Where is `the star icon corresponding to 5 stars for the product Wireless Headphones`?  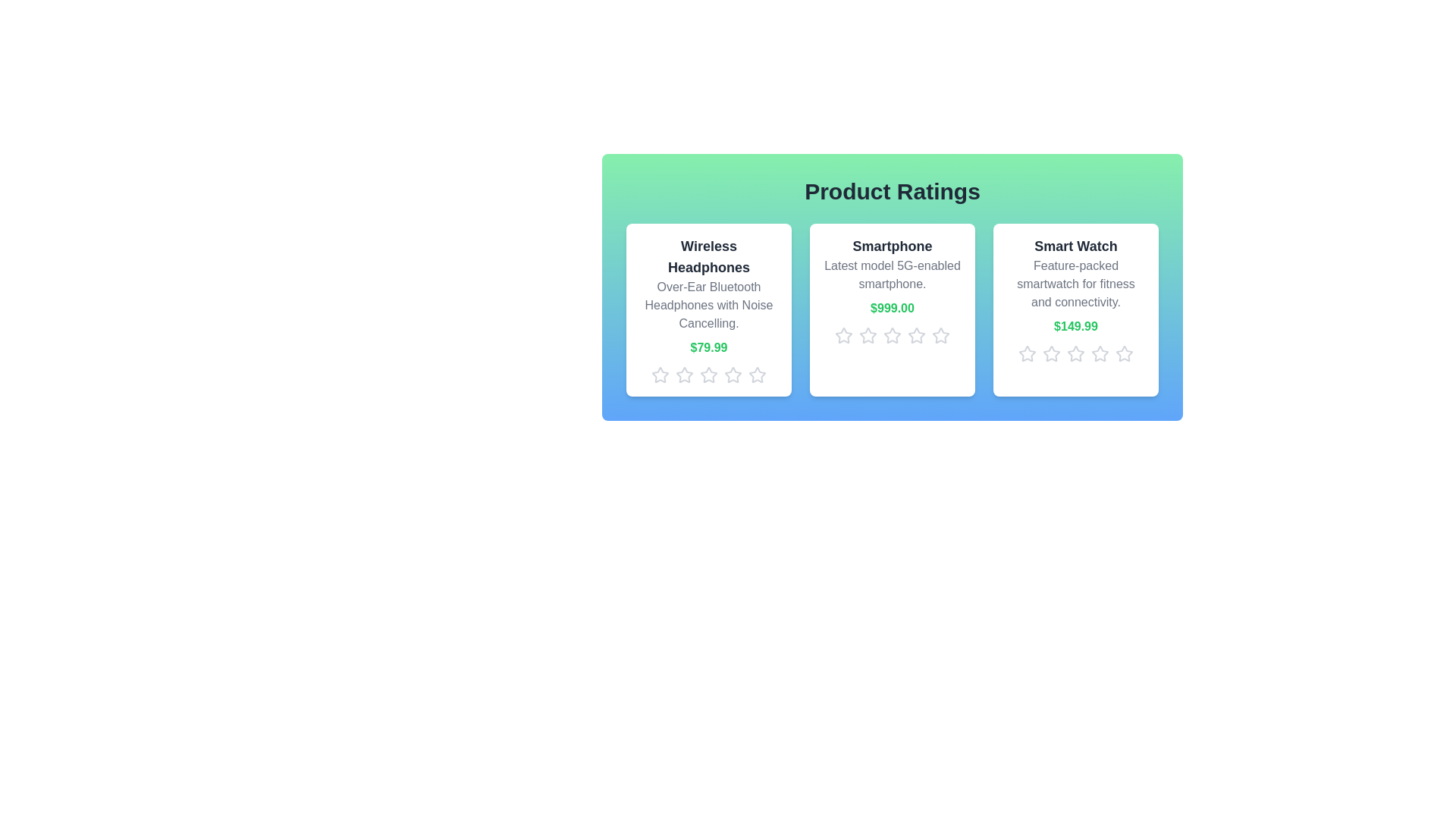
the star icon corresponding to 5 stars for the product Wireless Headphones is located at coordinates (757, 375).